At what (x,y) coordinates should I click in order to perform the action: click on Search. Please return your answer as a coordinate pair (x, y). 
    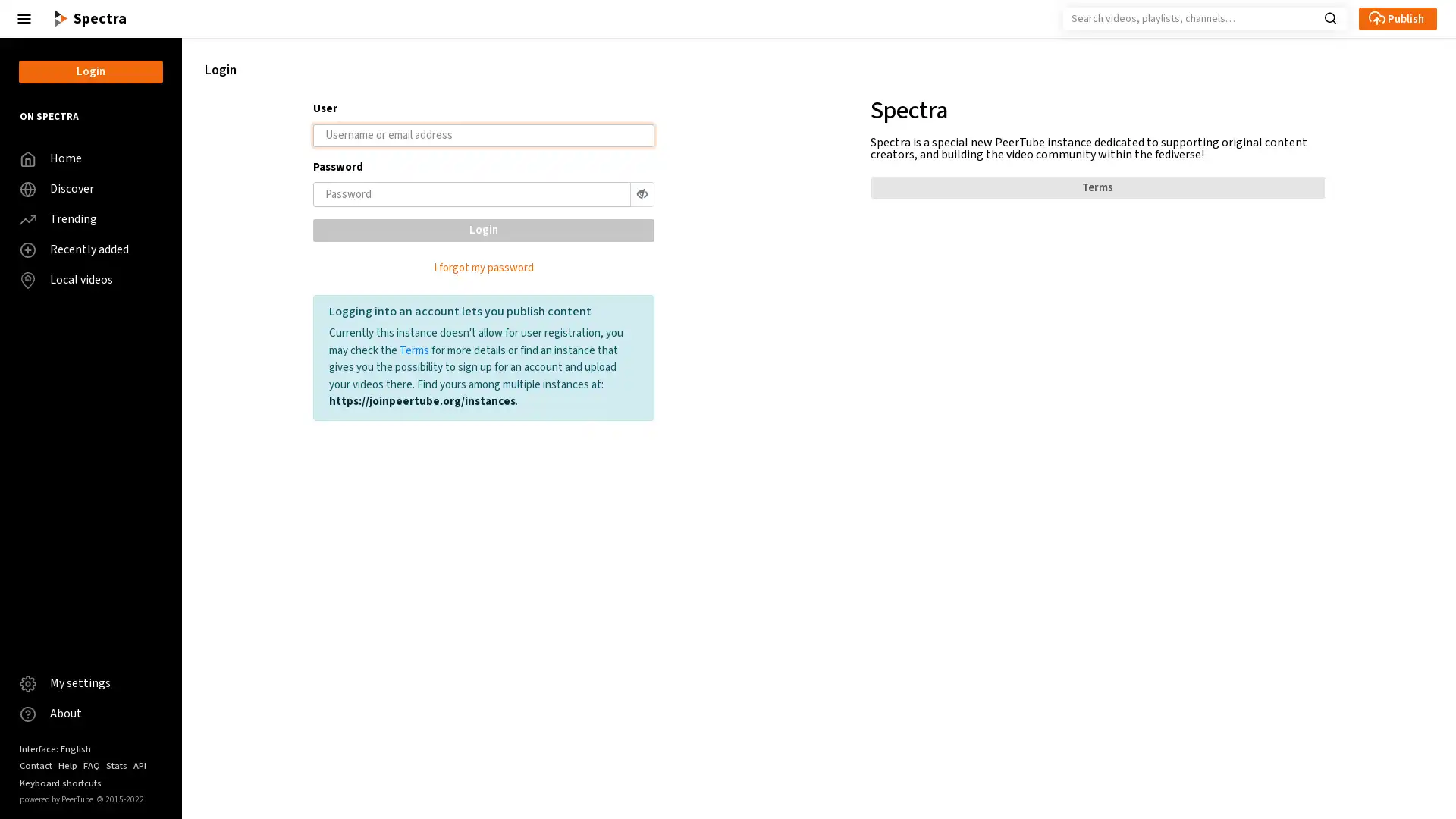
    Looking at the image, I should click on (1329, 17).